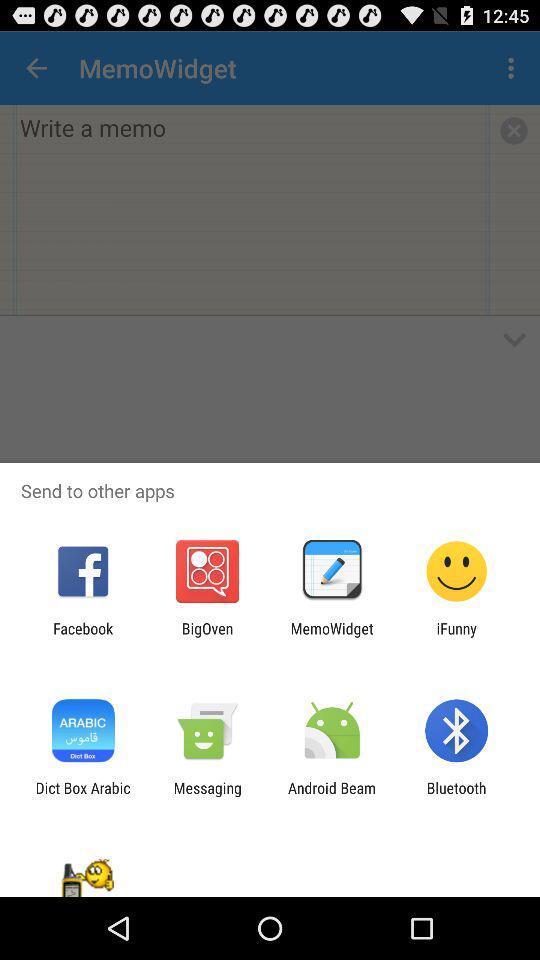 Image resolution: width=540 pixels, height=960 pixels. What do you see at coordinates (332, 636) in the screenshot?
I see `icon to the right of bigoven icon` at bounding box center [332, 636].